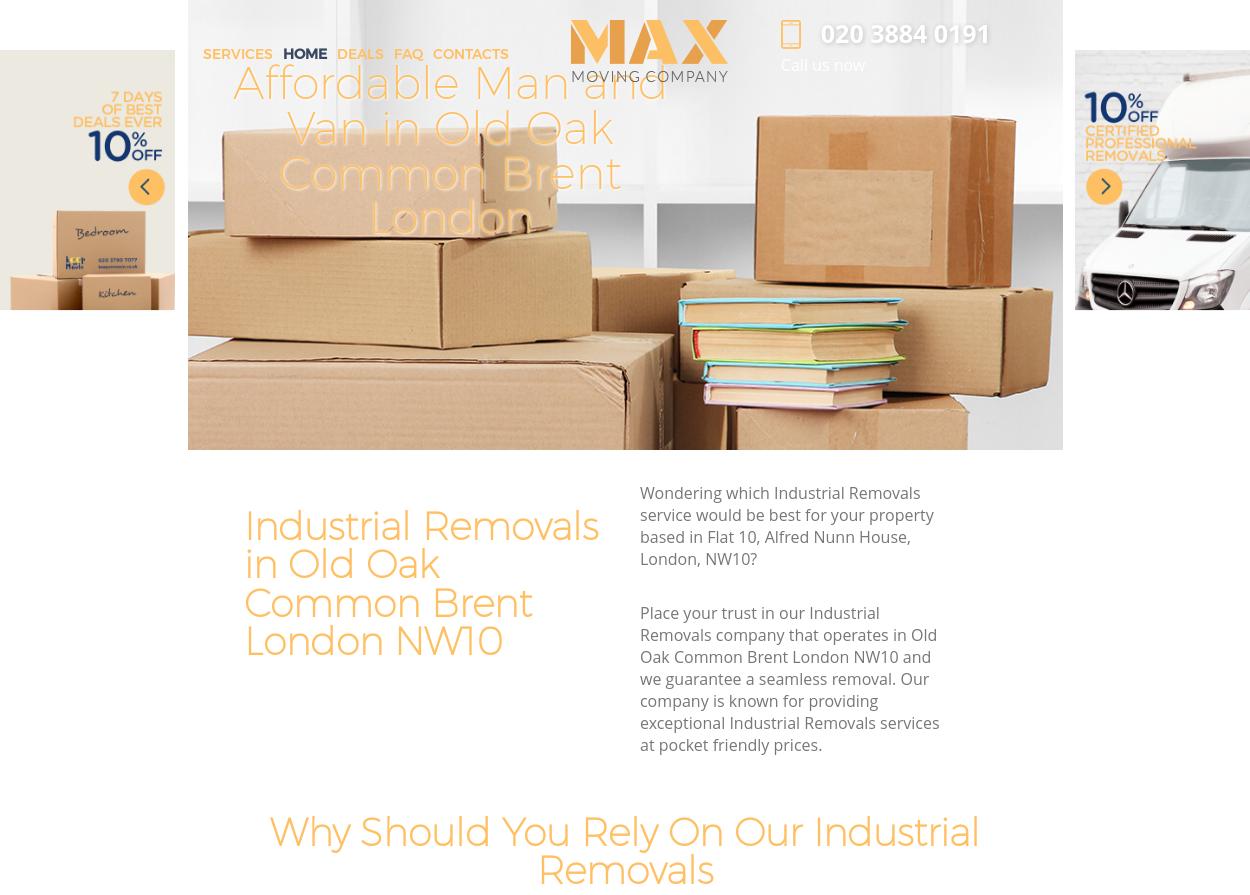  Describe the element at coordinates (821, 63) in the screenshot. I see `'Call us now'` at that location.